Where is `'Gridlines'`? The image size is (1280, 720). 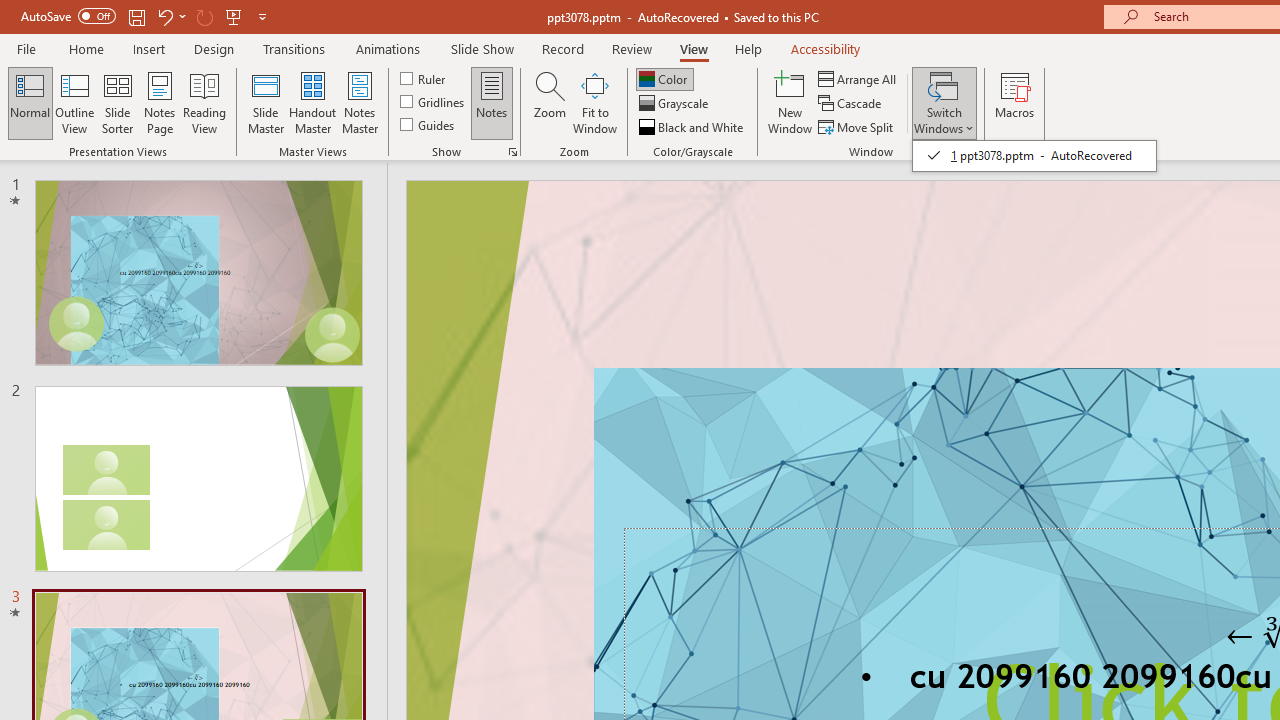 'Gridlines' is located at coordinates (432, 101).